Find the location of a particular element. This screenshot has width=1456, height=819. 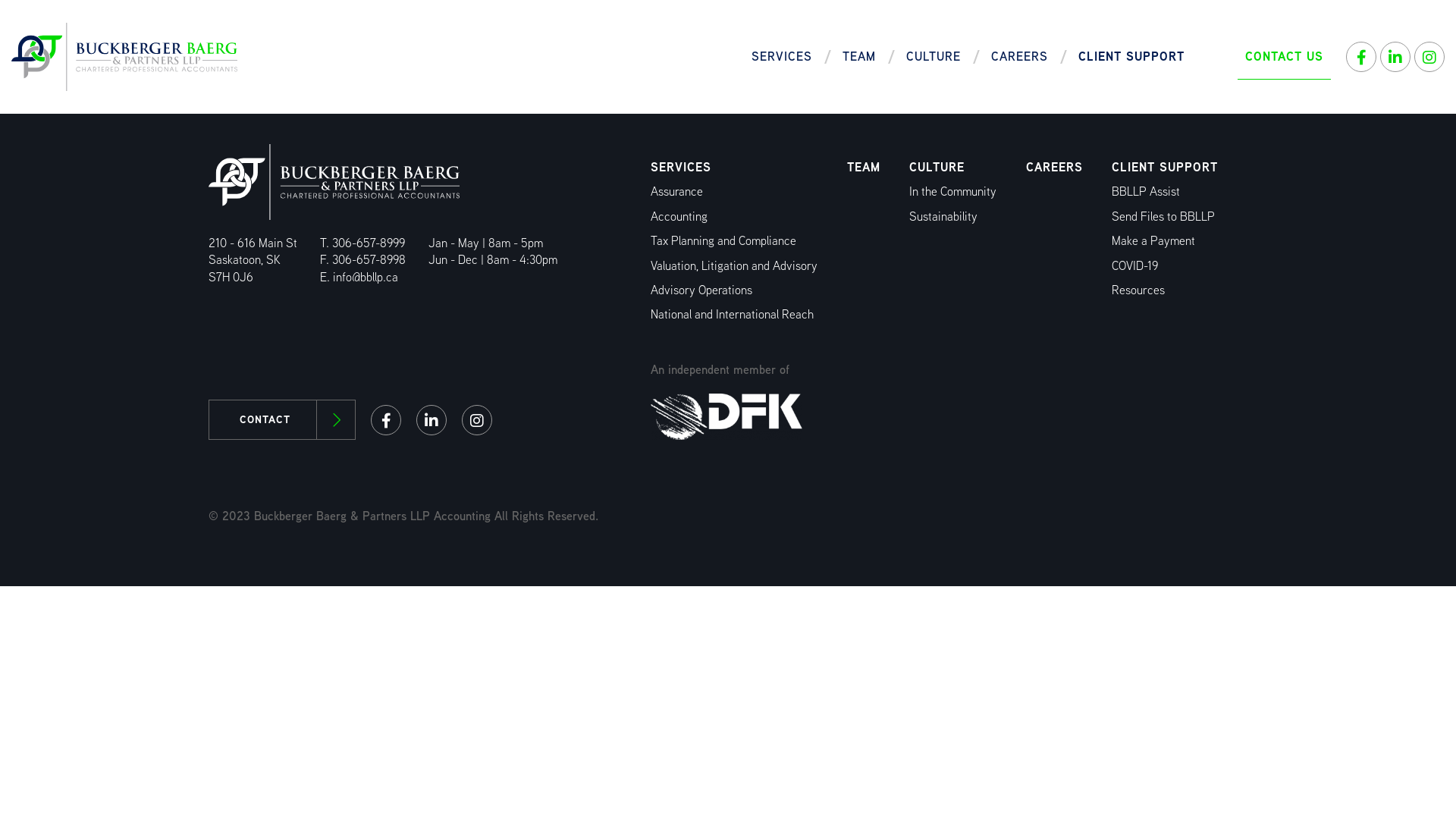

'CONTACT US' is located at coordinates (1283, 55).